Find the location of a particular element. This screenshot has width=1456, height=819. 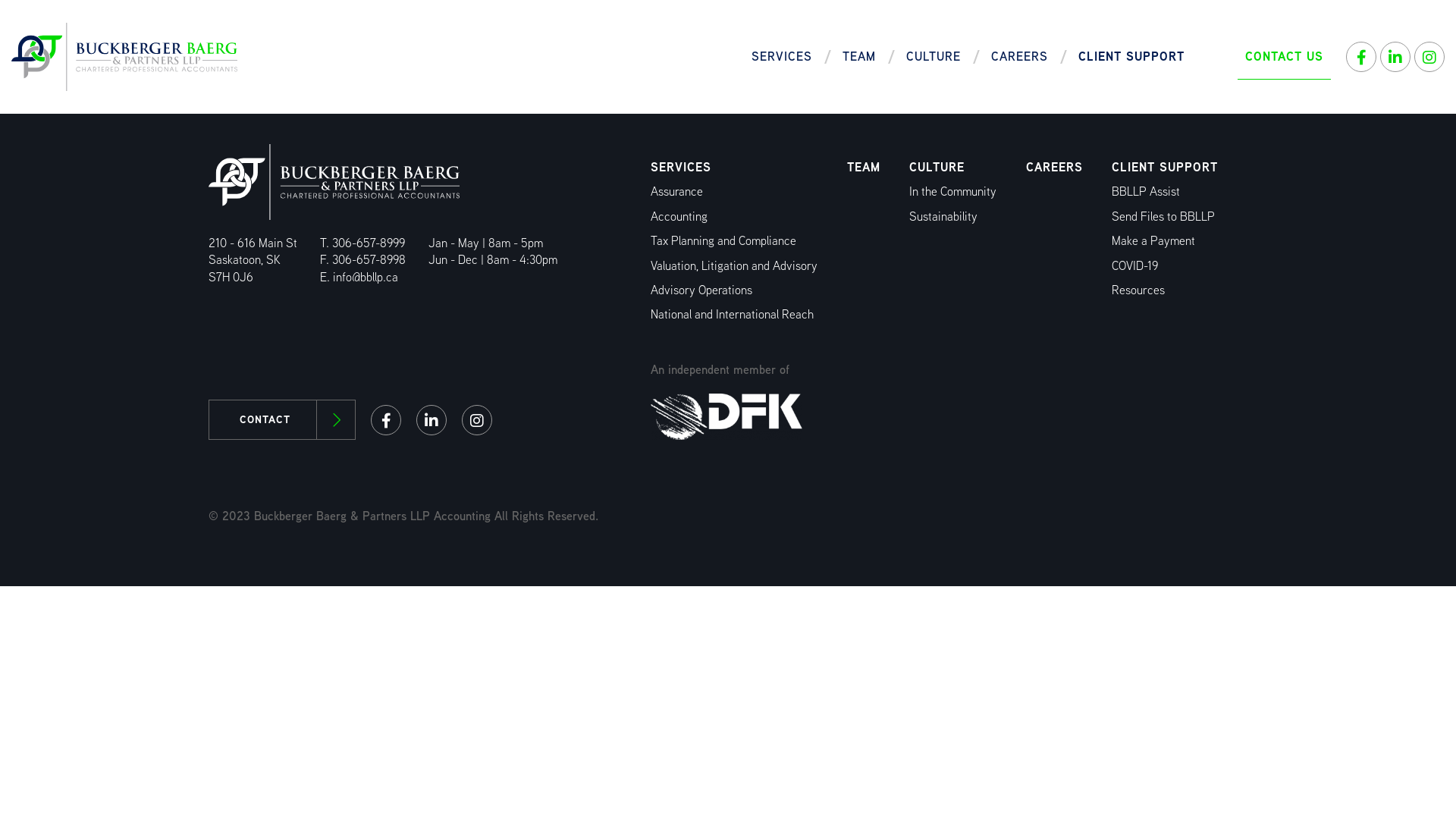

'CONTACT US' is located at coordinates (1283, 55).